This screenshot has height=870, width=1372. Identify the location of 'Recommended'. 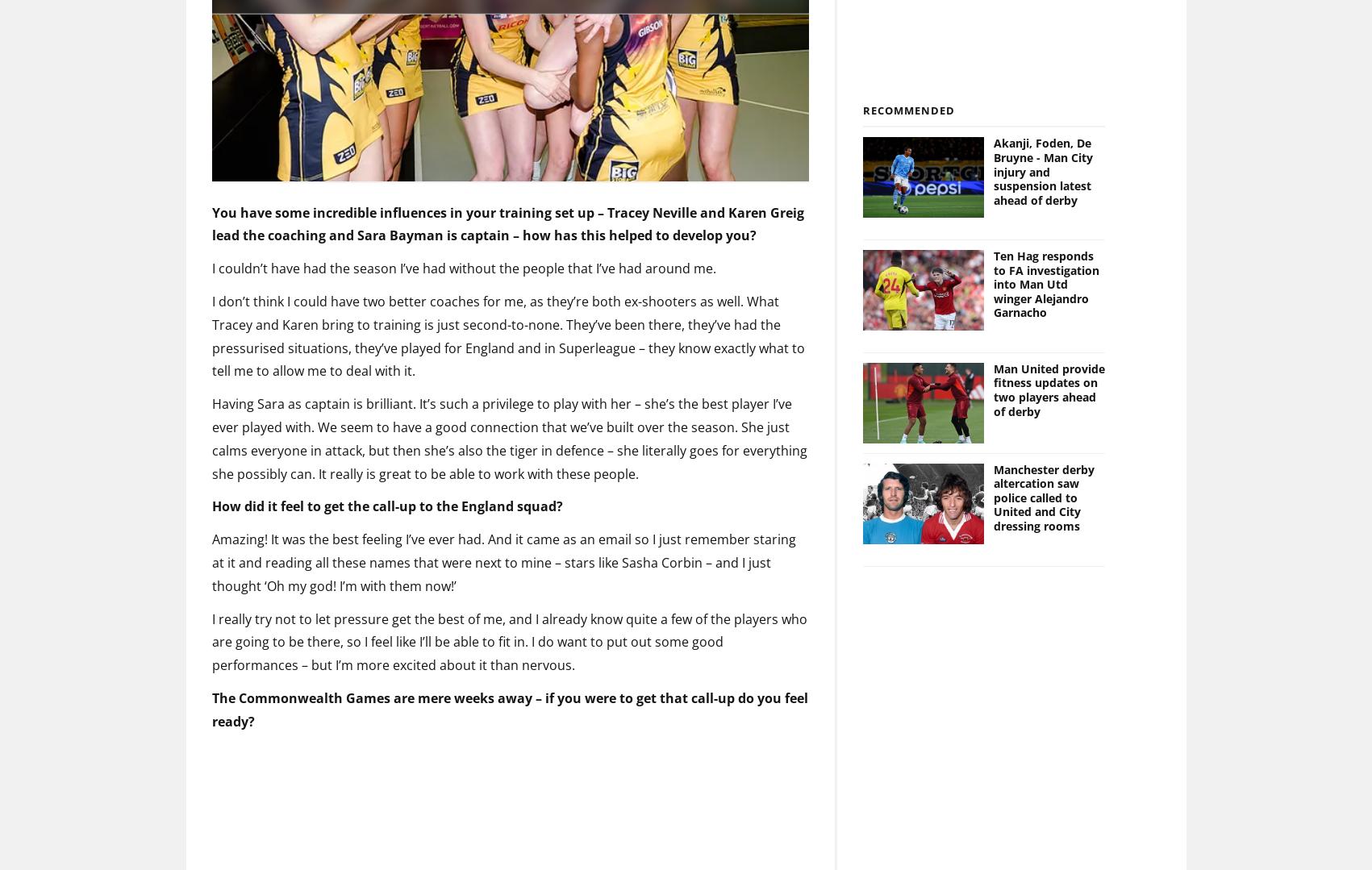
(862, 84).